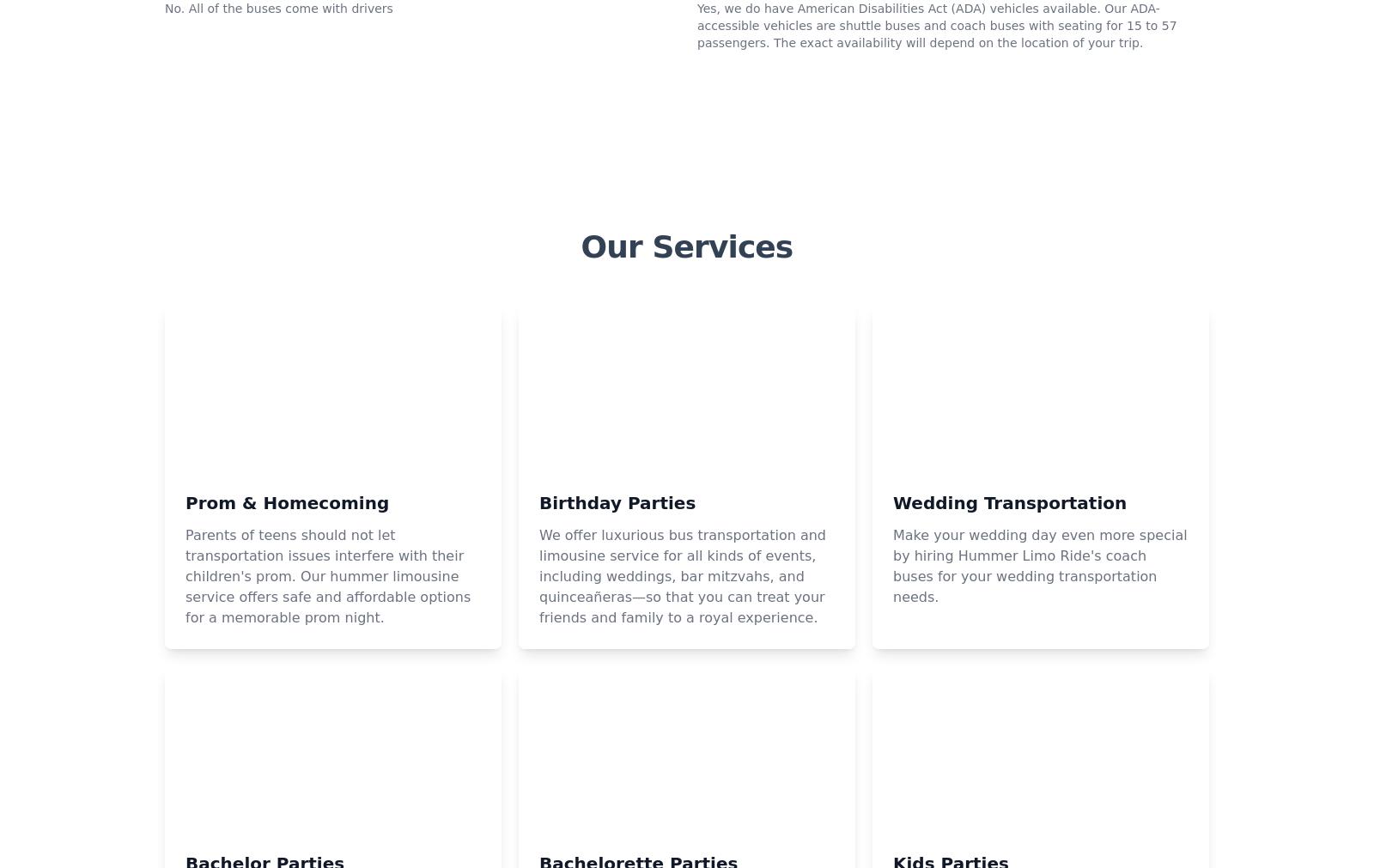 This screenshot has height=868, width=1374. Describe the element at coordinates (278, 237) in the screenshot. I see `'No. All of the buses come with drivers'` at that location.